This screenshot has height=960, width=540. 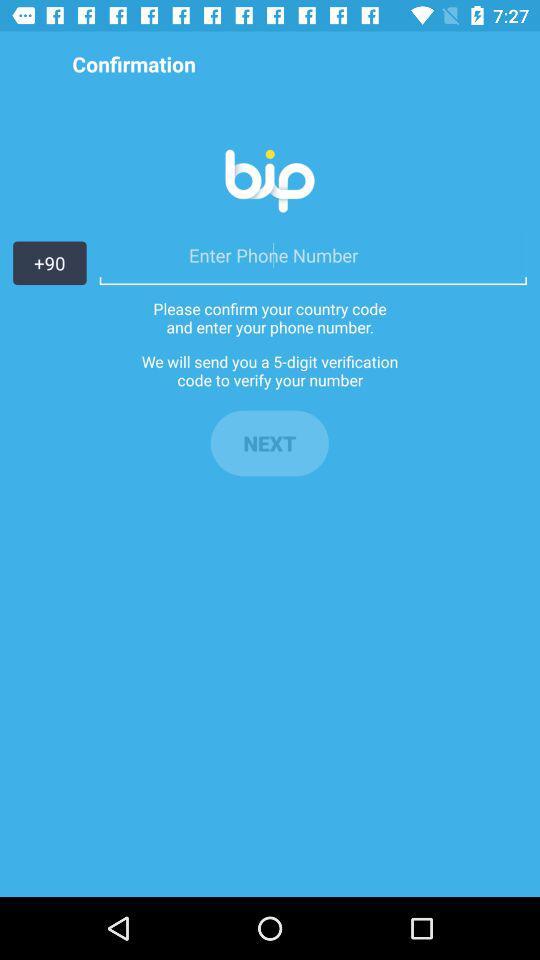 What do you see at coordinates (269, 443) in the screenshot?
I see `item below the we will send icon` at bounding box center [269, 443].